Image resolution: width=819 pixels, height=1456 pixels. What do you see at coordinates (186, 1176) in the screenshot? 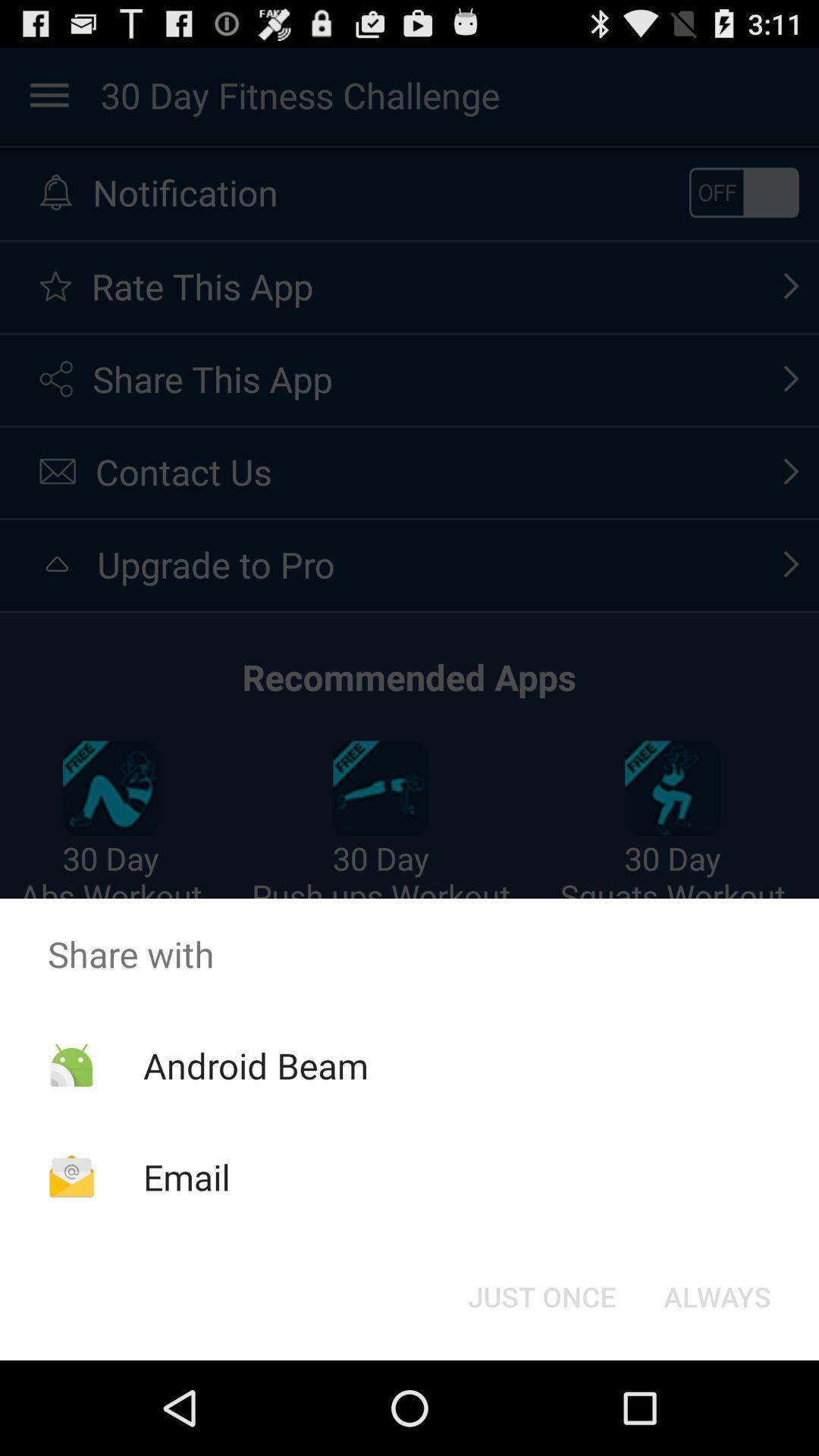
I see `app below android beam icon` at bounding box center [186, 1176].